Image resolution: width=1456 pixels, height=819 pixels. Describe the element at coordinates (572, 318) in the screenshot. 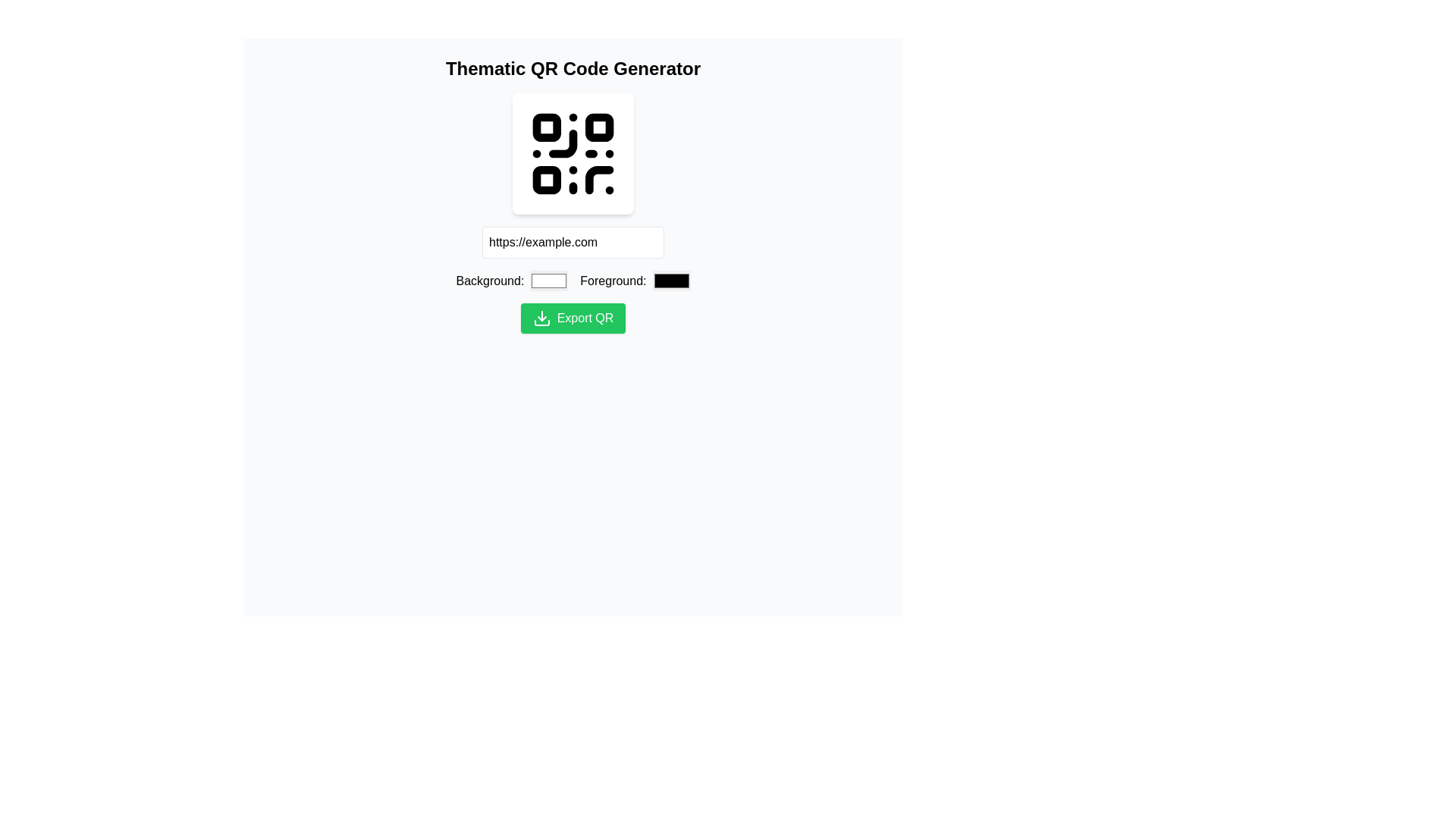

I see `the export QR code button located in the lower section of the main content area, below the URL input field and color pickers` at that location.